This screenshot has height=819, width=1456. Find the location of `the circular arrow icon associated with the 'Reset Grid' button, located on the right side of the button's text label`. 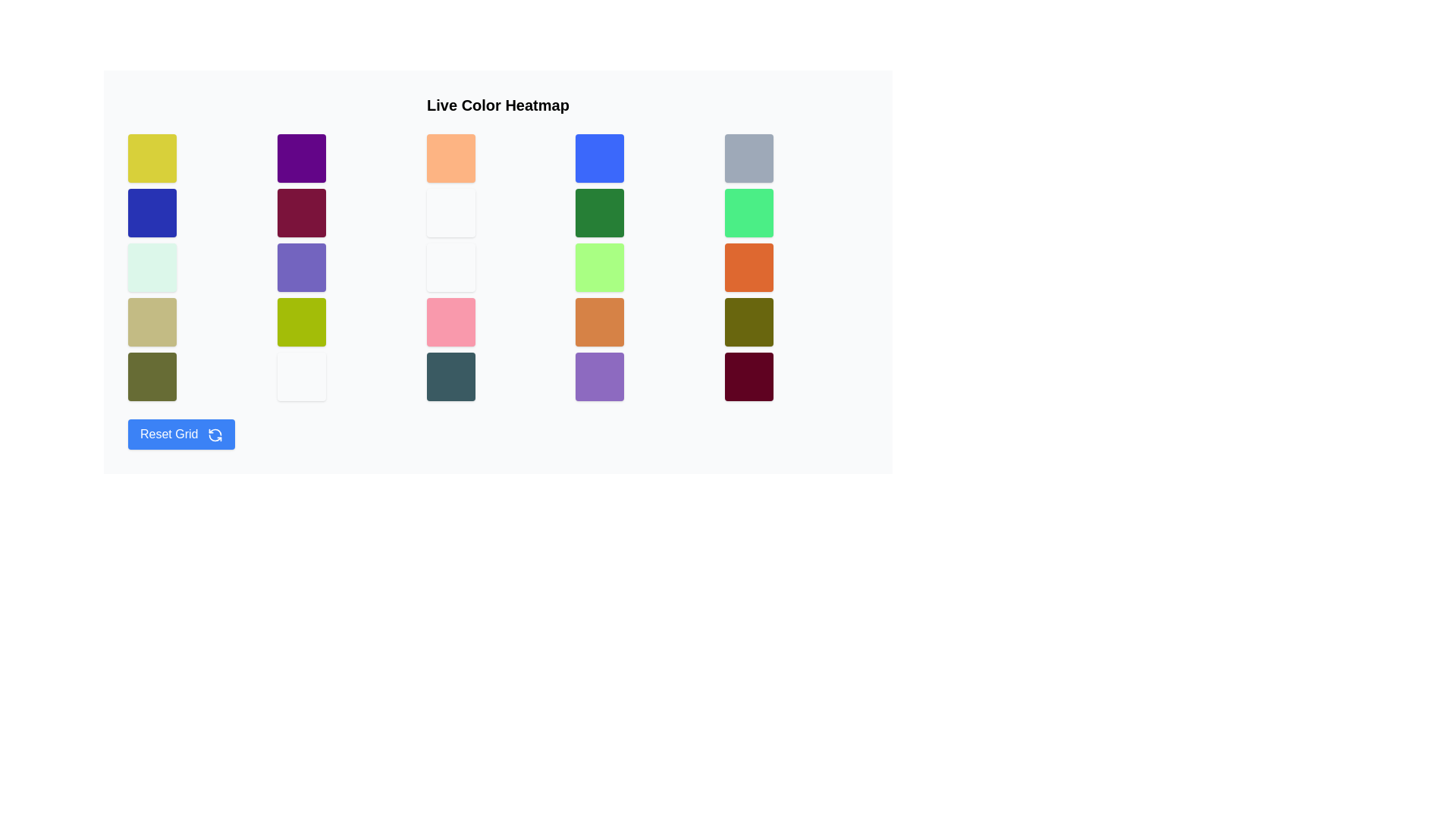

the circular arrow icon associated with the 'Reset Grid' button, located on the right side of the button's text label is located at coordinates (214, 435).